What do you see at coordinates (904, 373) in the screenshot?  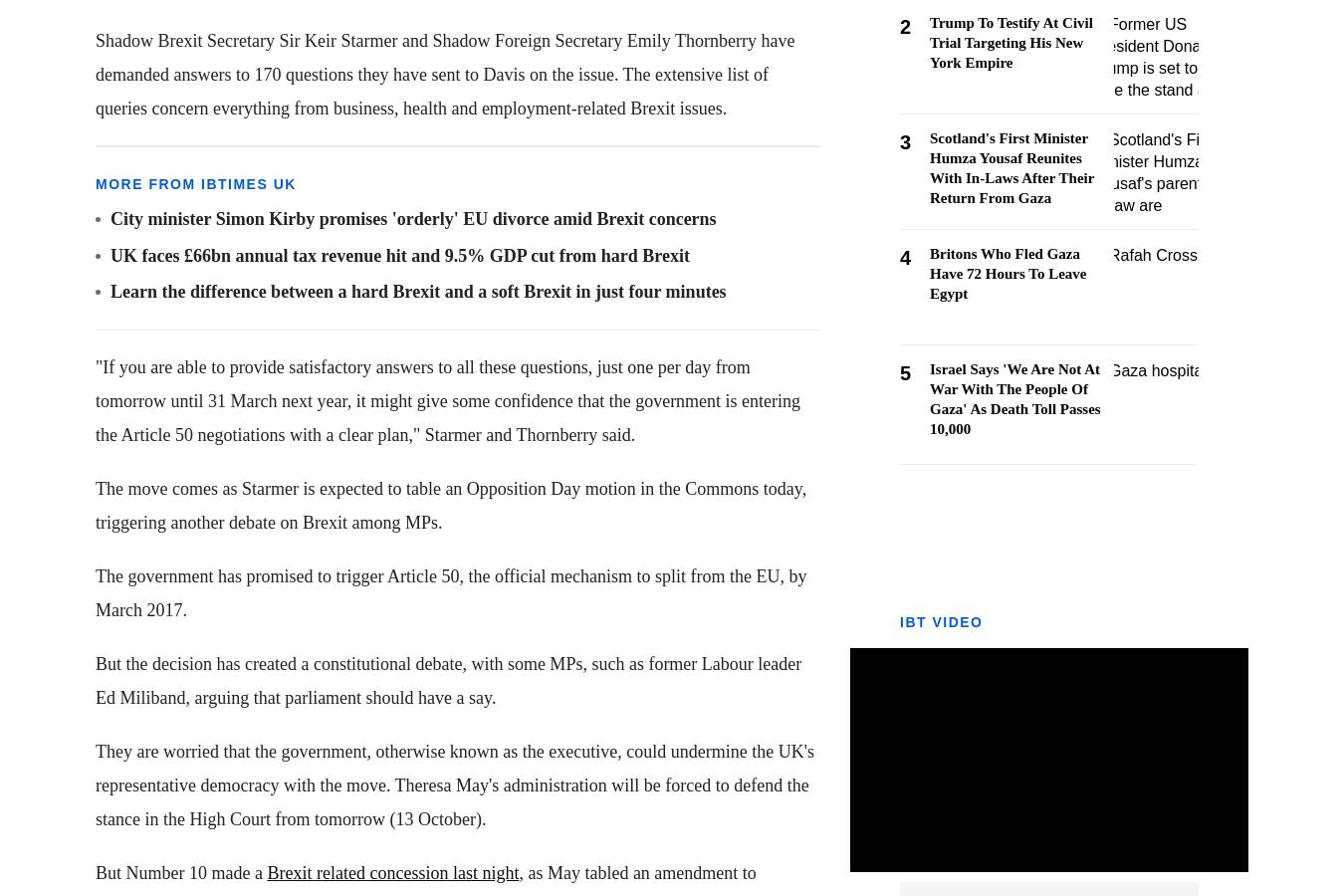 I see `'5'` at bounding box center [904, 373].